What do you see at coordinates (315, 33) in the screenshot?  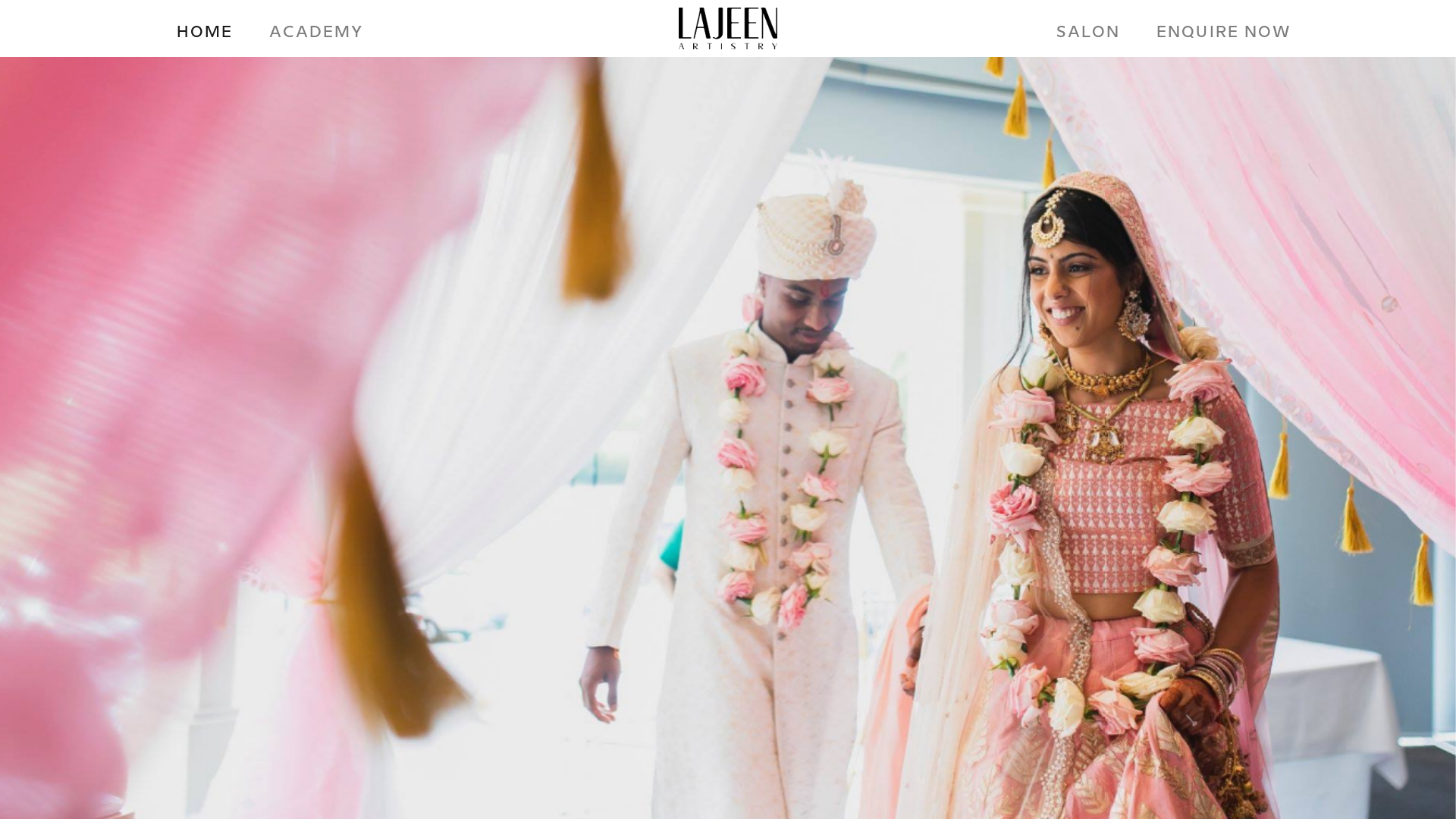 I see `'ACADEMY'` at bounding box center [315, 33].